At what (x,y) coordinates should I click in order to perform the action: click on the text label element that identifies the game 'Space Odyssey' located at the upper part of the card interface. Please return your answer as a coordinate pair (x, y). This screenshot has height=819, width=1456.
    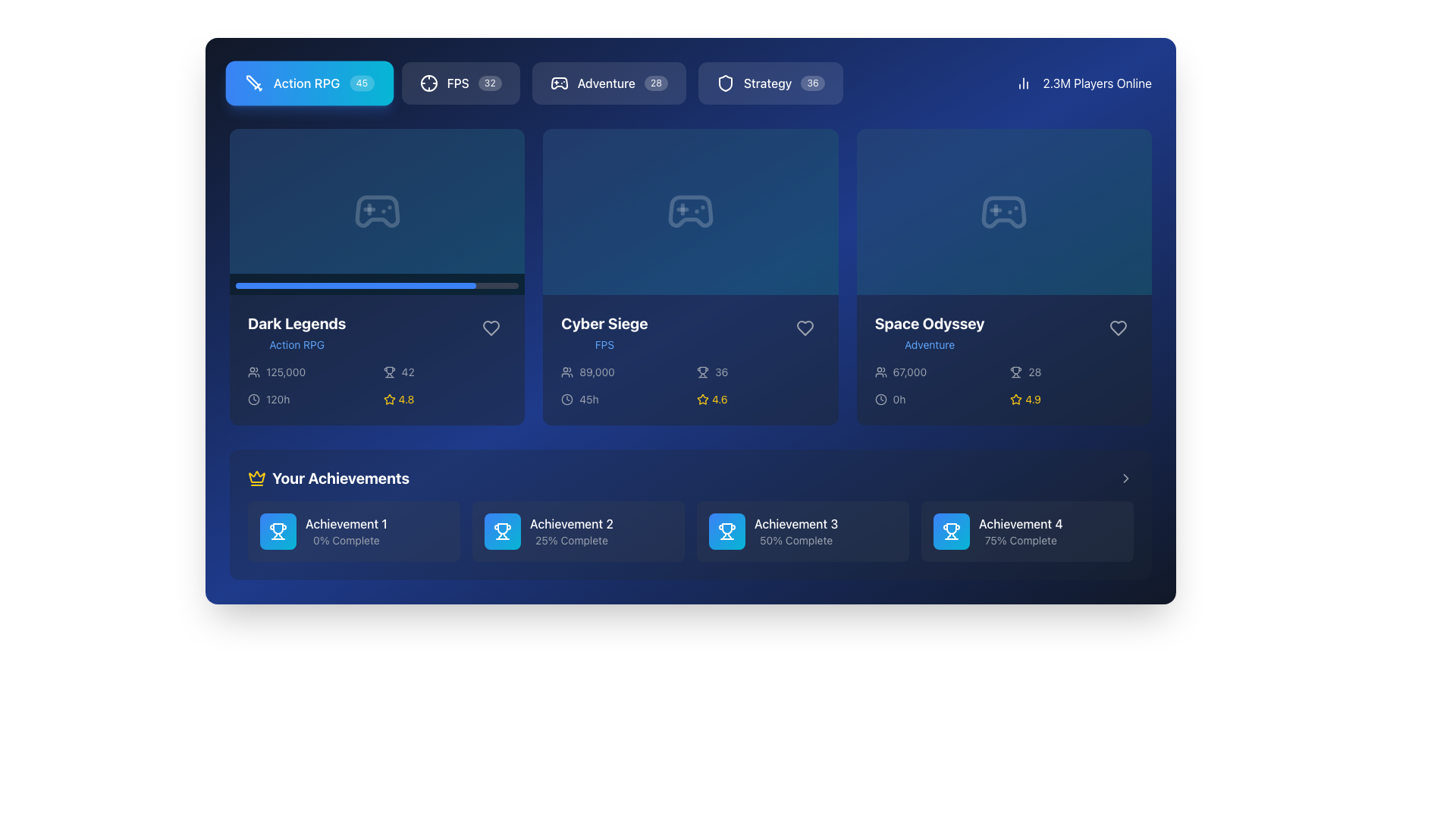
    Looking at the image, I should click on (929, 323).